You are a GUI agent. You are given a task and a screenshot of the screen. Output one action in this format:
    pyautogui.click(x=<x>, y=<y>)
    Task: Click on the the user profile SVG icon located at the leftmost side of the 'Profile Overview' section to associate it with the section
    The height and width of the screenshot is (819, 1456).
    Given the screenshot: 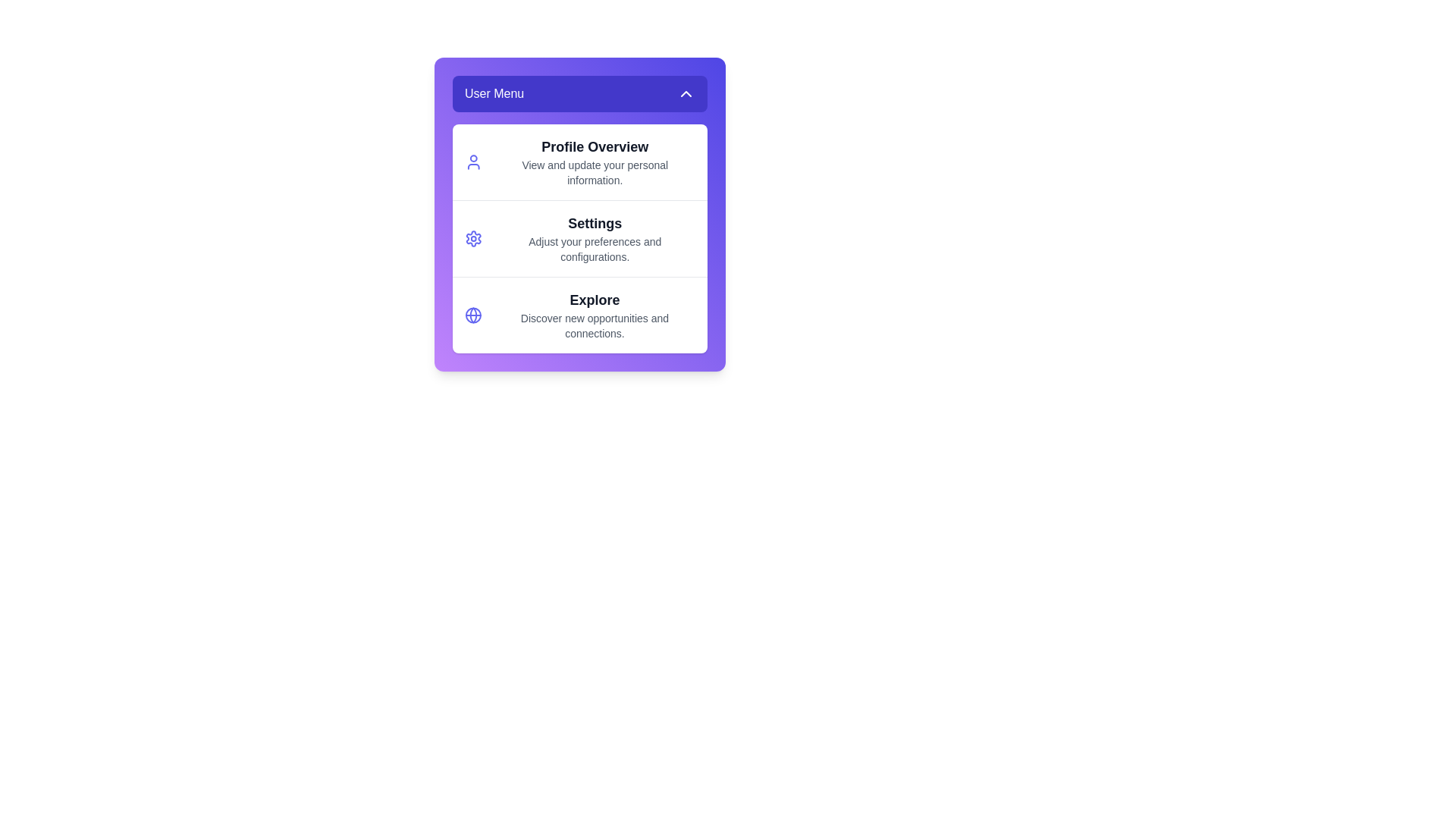 What is the action you would take?
    pyautogui.click(x=472, y=162)
    